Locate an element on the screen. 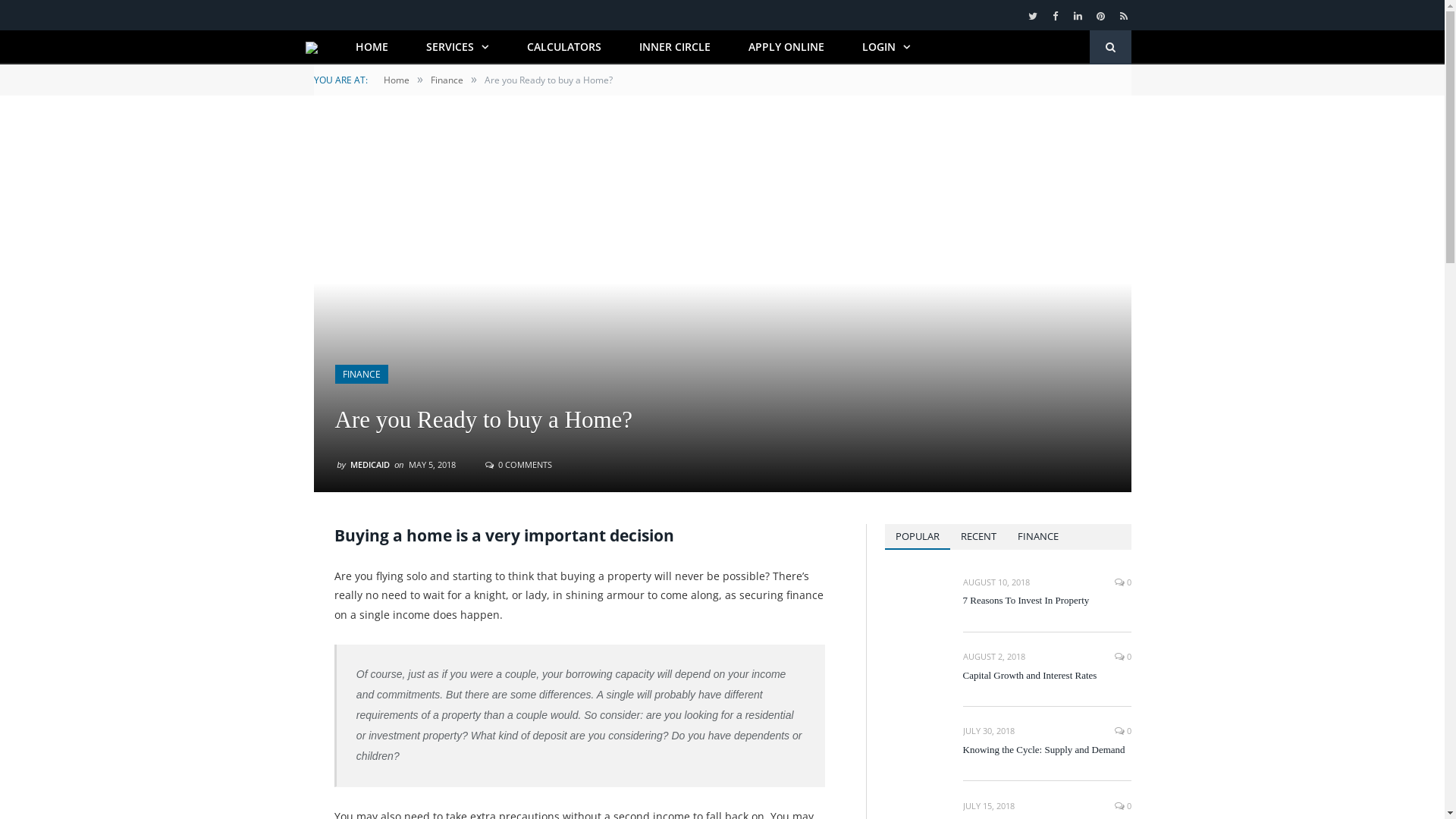 Image resolution: width=1456 pixels, height=819 pixels. 'MEDICAID' is located at coordinates (370, 463).